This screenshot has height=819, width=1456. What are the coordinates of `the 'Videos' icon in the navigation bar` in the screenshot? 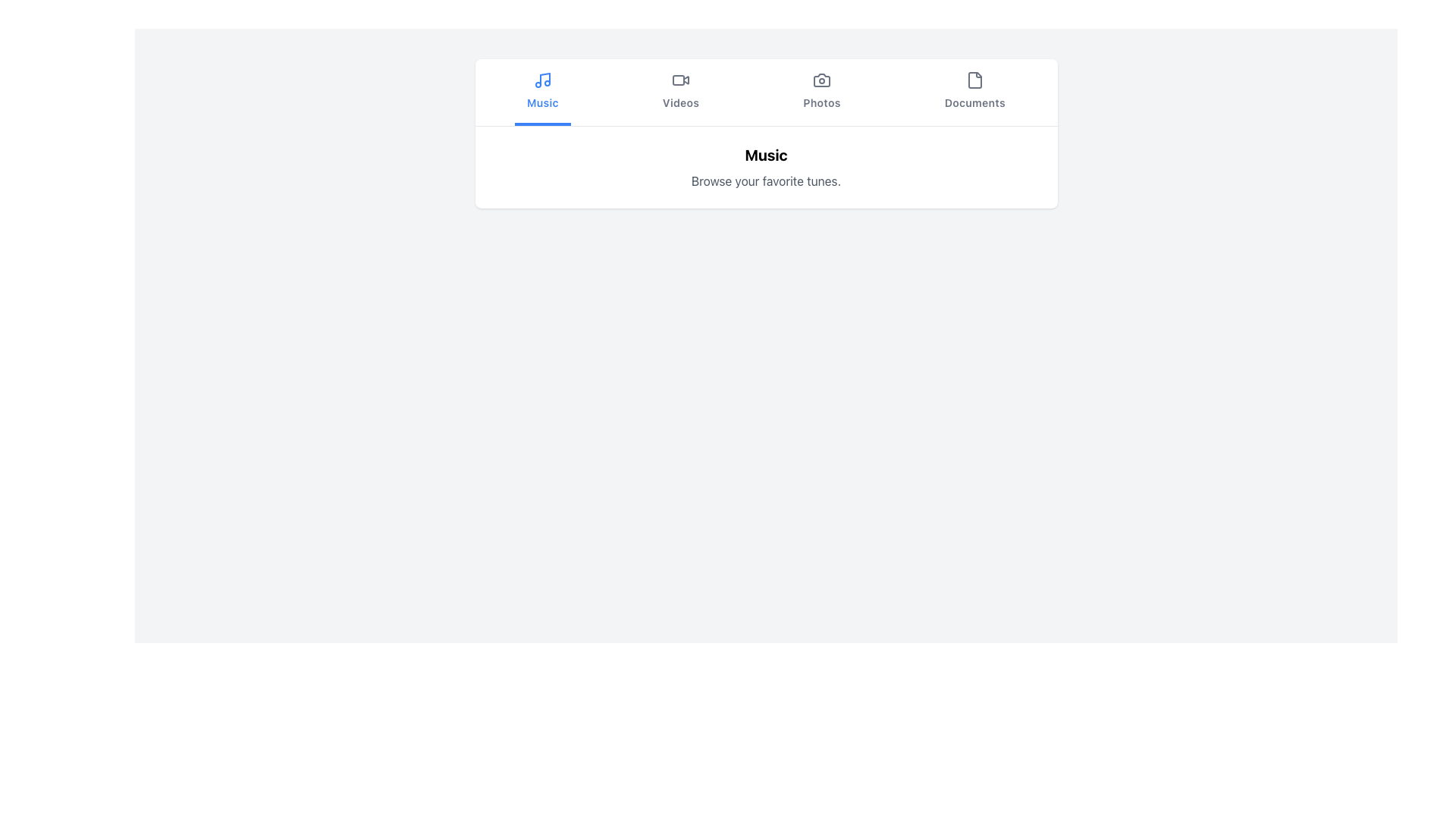 It's located at (679, 80).